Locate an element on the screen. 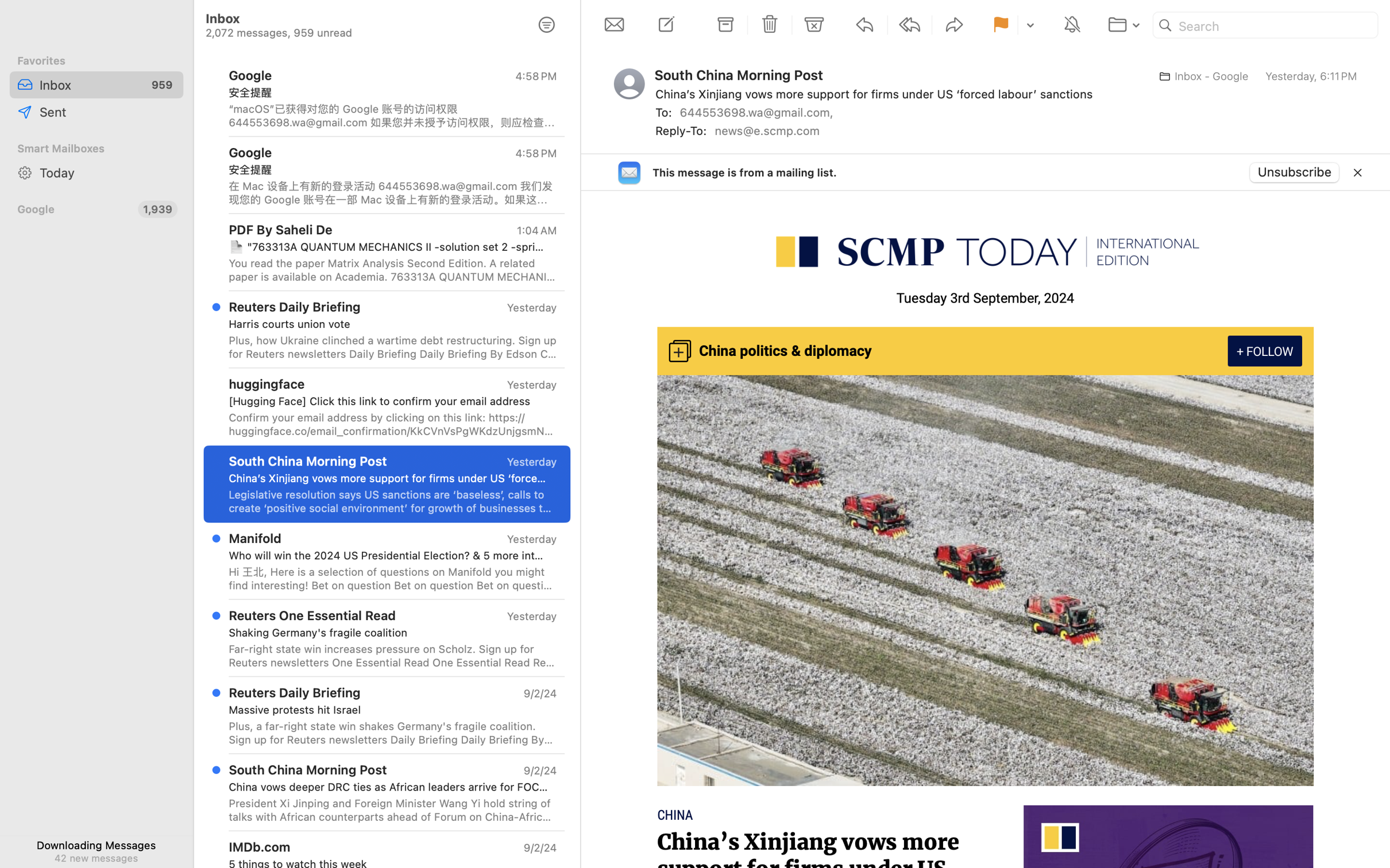  'CHINA' is located at coordinates (675, 815).